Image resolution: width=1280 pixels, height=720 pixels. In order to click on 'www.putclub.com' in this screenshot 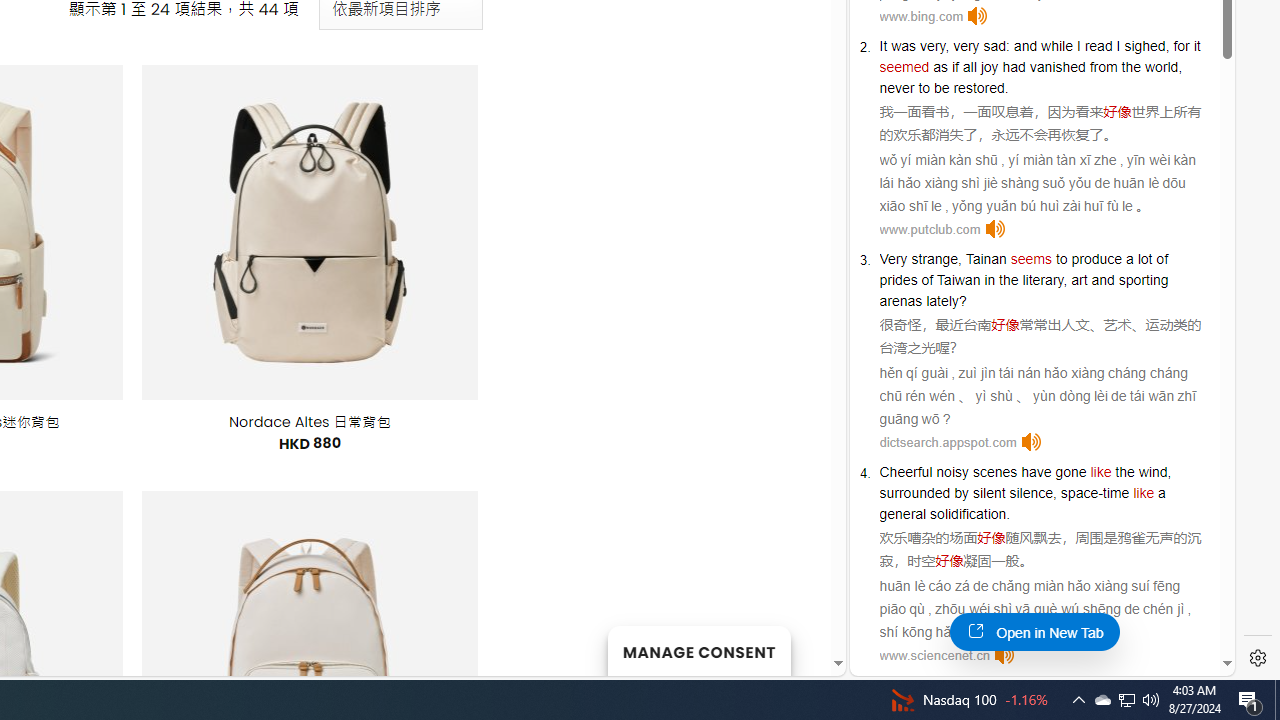, I will do `click(928, 228)`.